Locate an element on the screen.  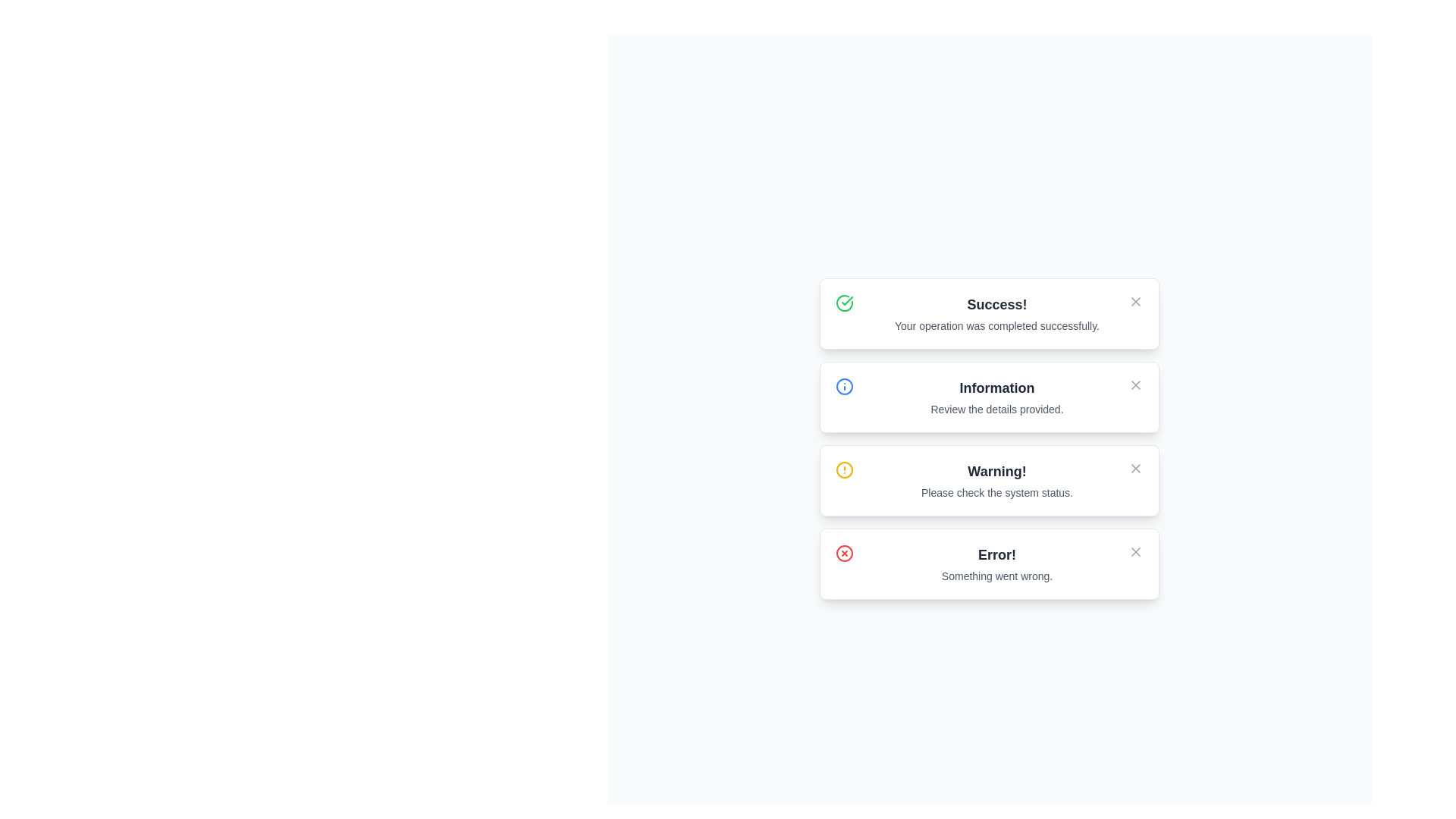
the close button located at the top-right corner of the 'Error!' box, aligned with the message 'Something went wrong.' is located at coordinates (1135, 552).